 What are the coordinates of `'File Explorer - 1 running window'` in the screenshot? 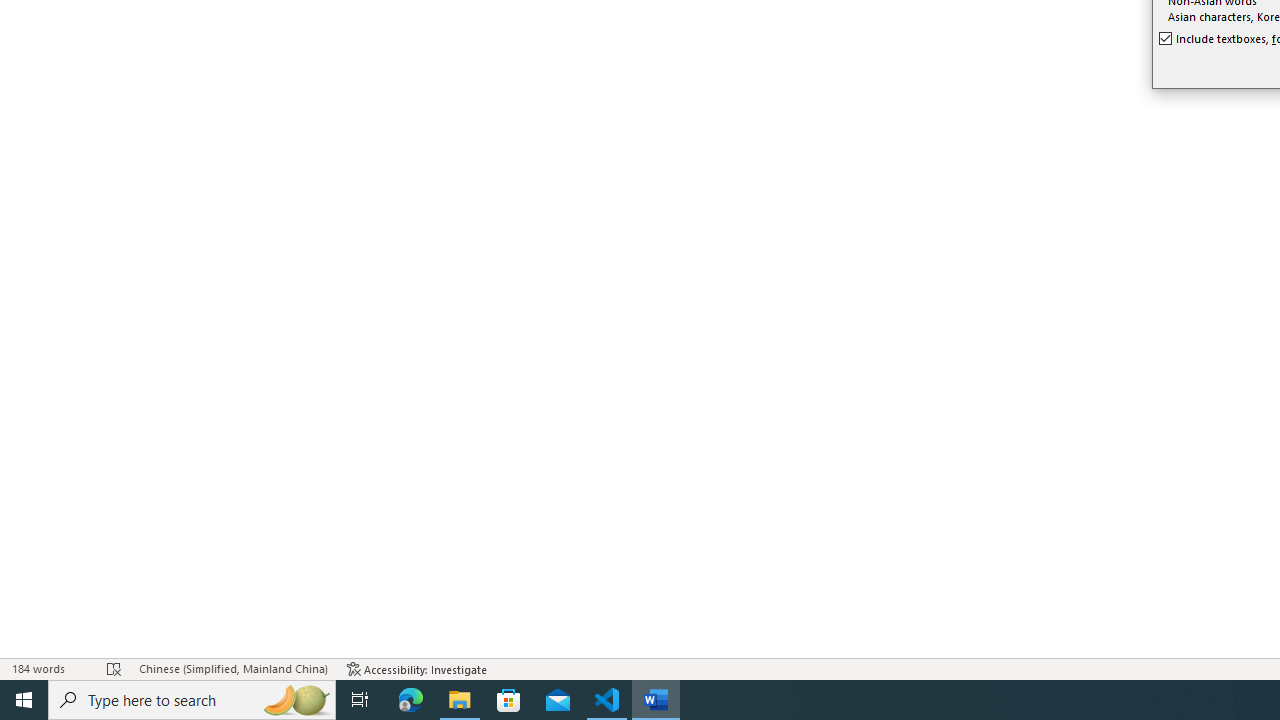 It's located at (459, 698).